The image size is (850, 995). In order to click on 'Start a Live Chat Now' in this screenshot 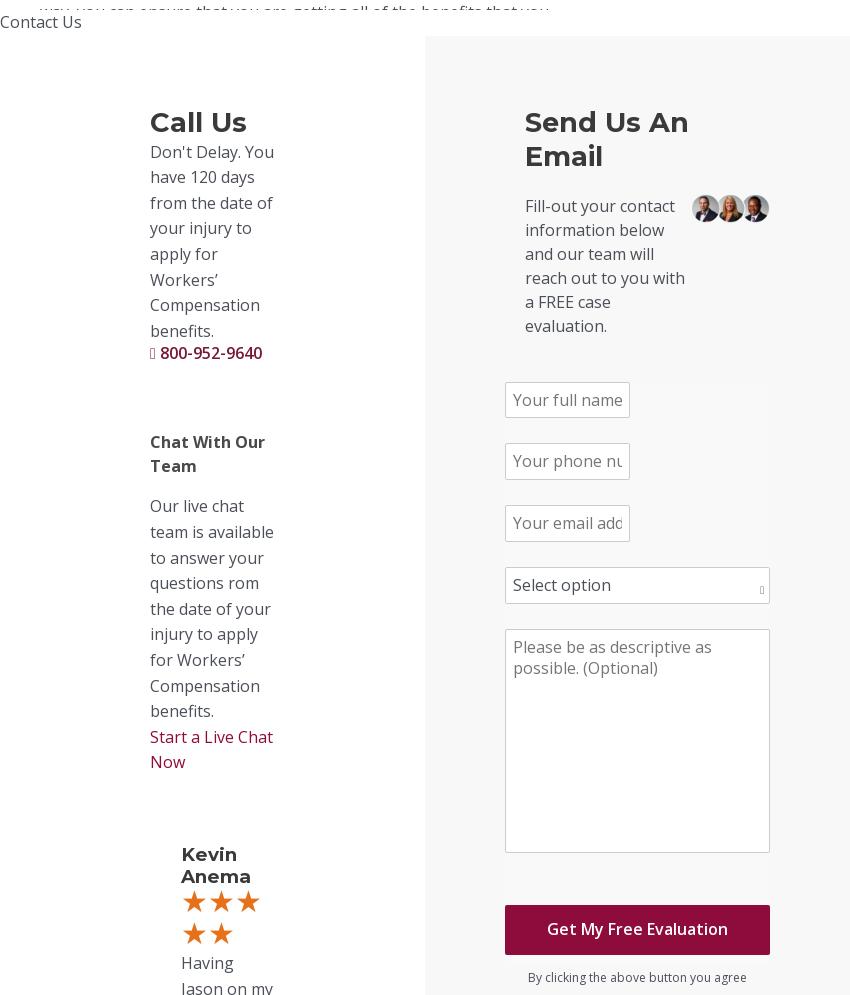, I will do `click(210, 748)`.